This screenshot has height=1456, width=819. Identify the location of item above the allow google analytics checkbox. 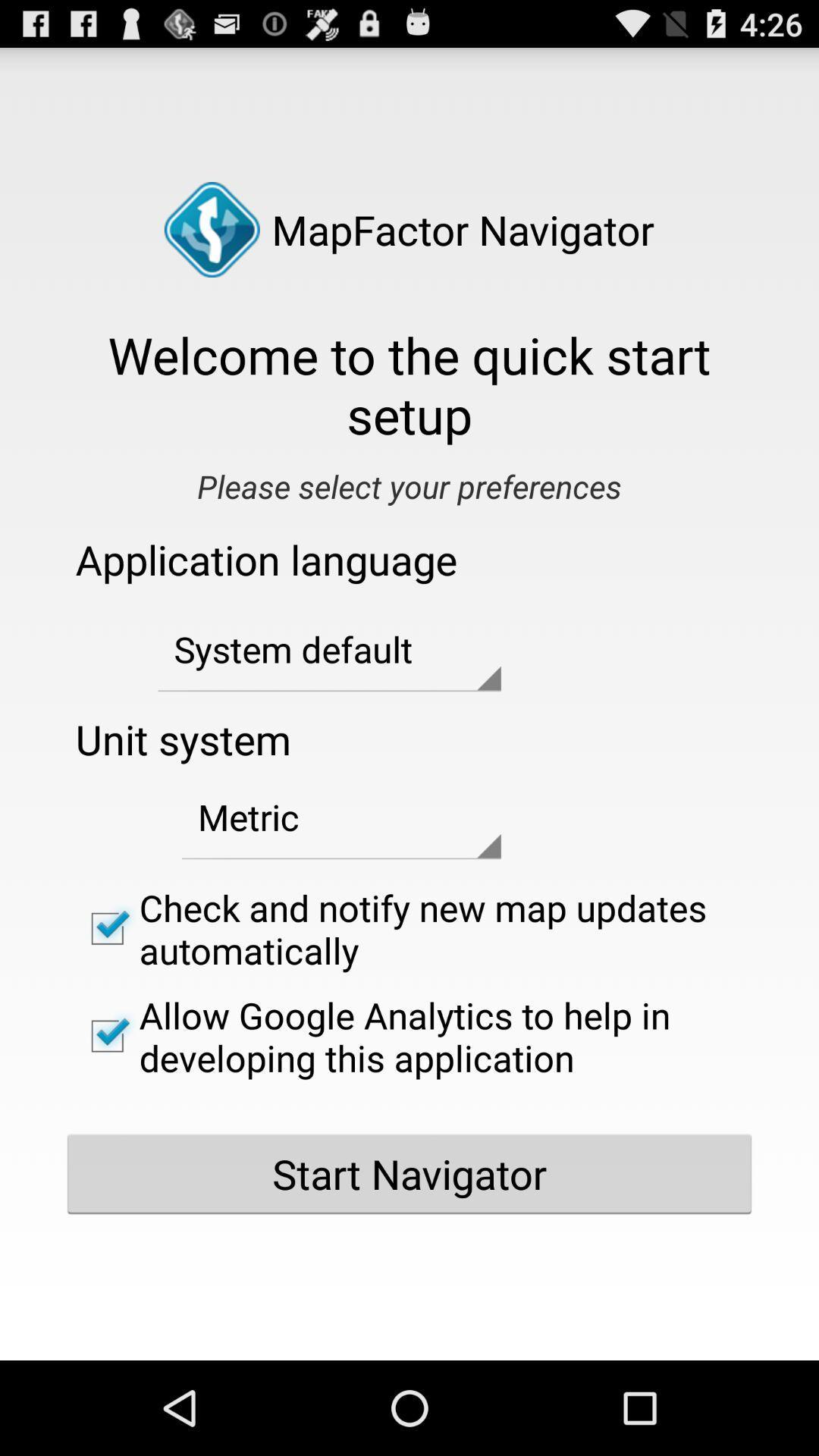
(409, 928).